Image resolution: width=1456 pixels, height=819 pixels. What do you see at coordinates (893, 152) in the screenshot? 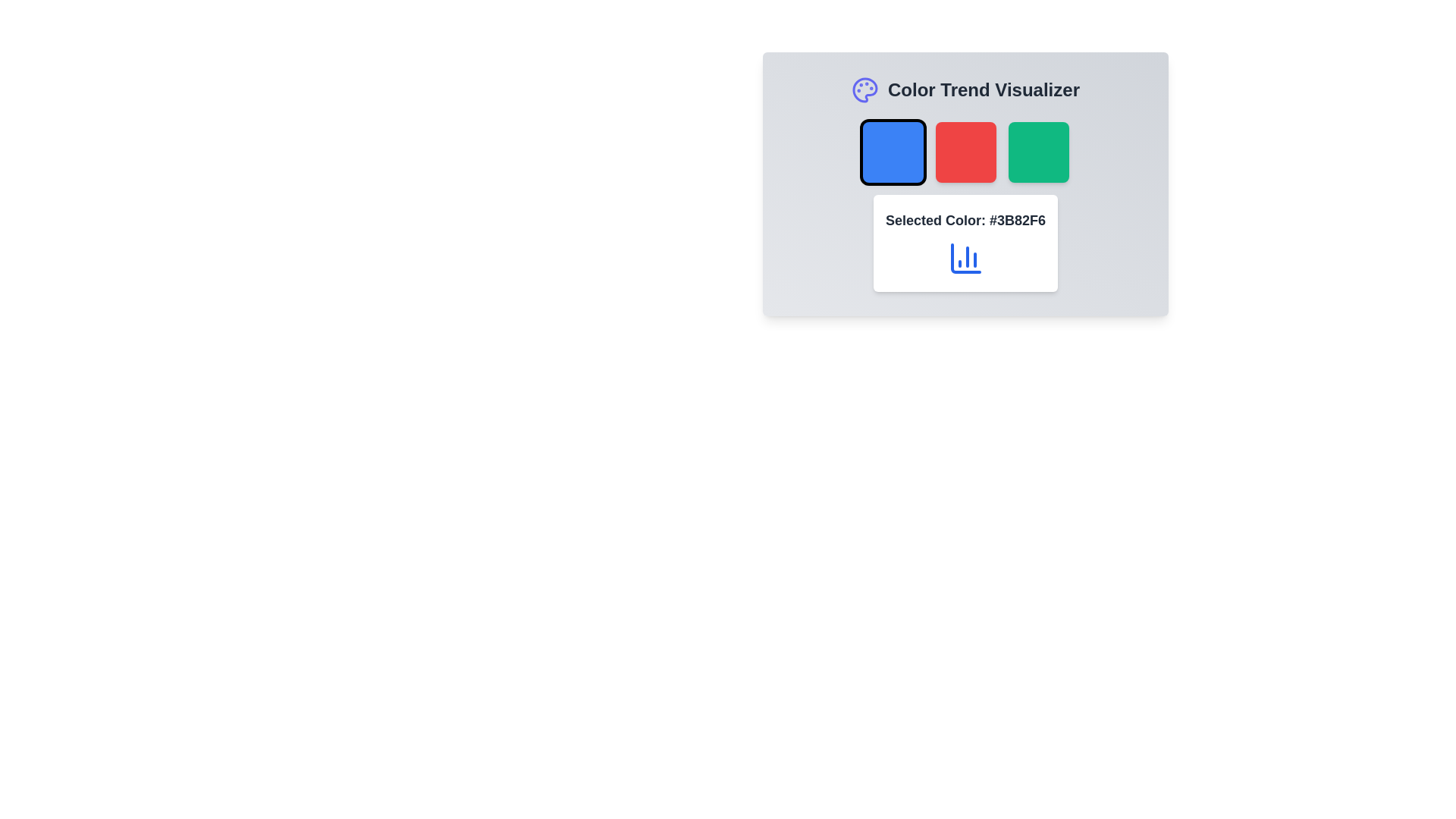
I see `the leftmost square button with a blue background and rounded corners in the 'Color Trend Visualizer' section` at bounding box center [893, 152].